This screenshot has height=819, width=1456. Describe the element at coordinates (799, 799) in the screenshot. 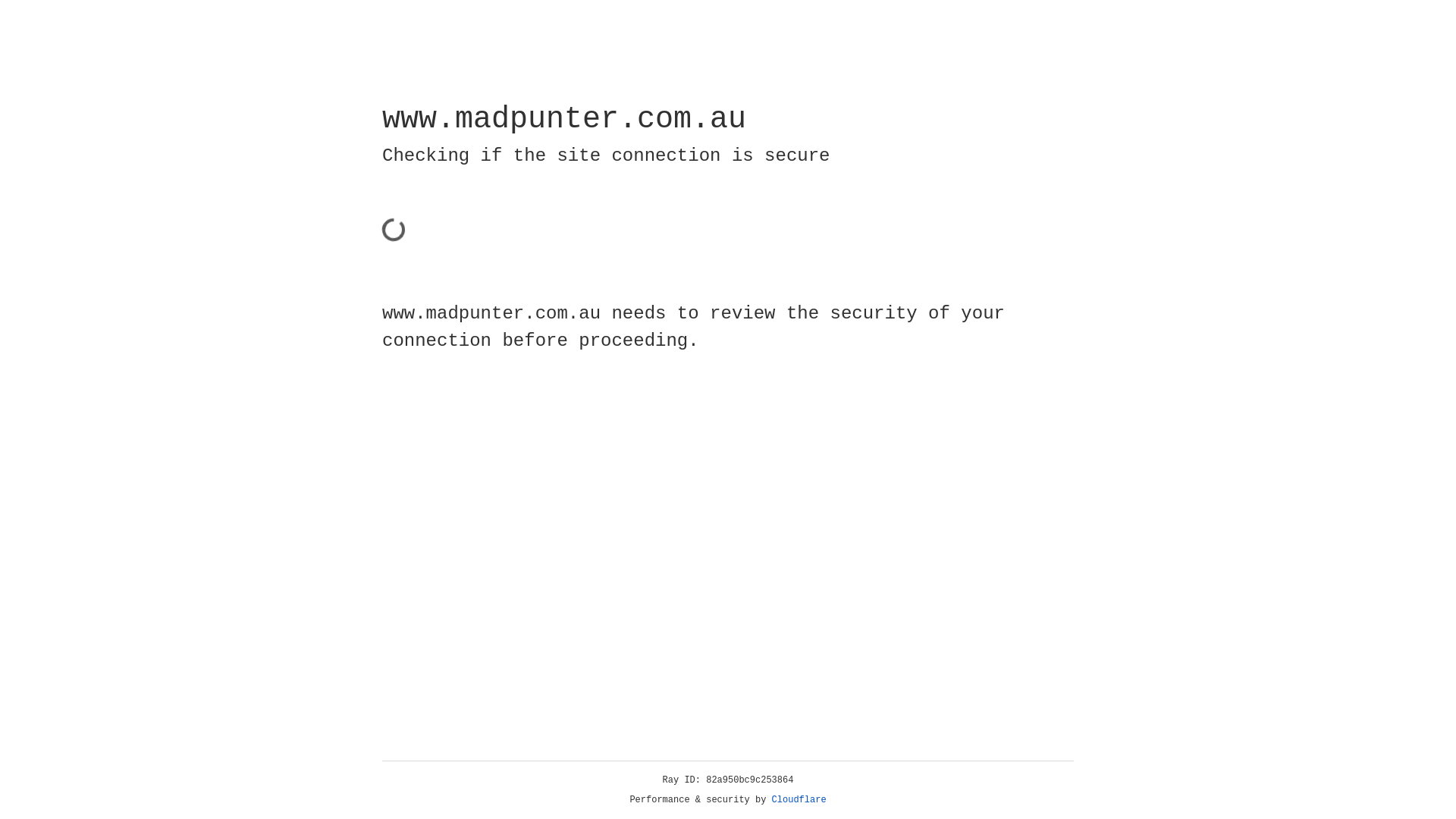

I see `'Cloudflare'` at that location.